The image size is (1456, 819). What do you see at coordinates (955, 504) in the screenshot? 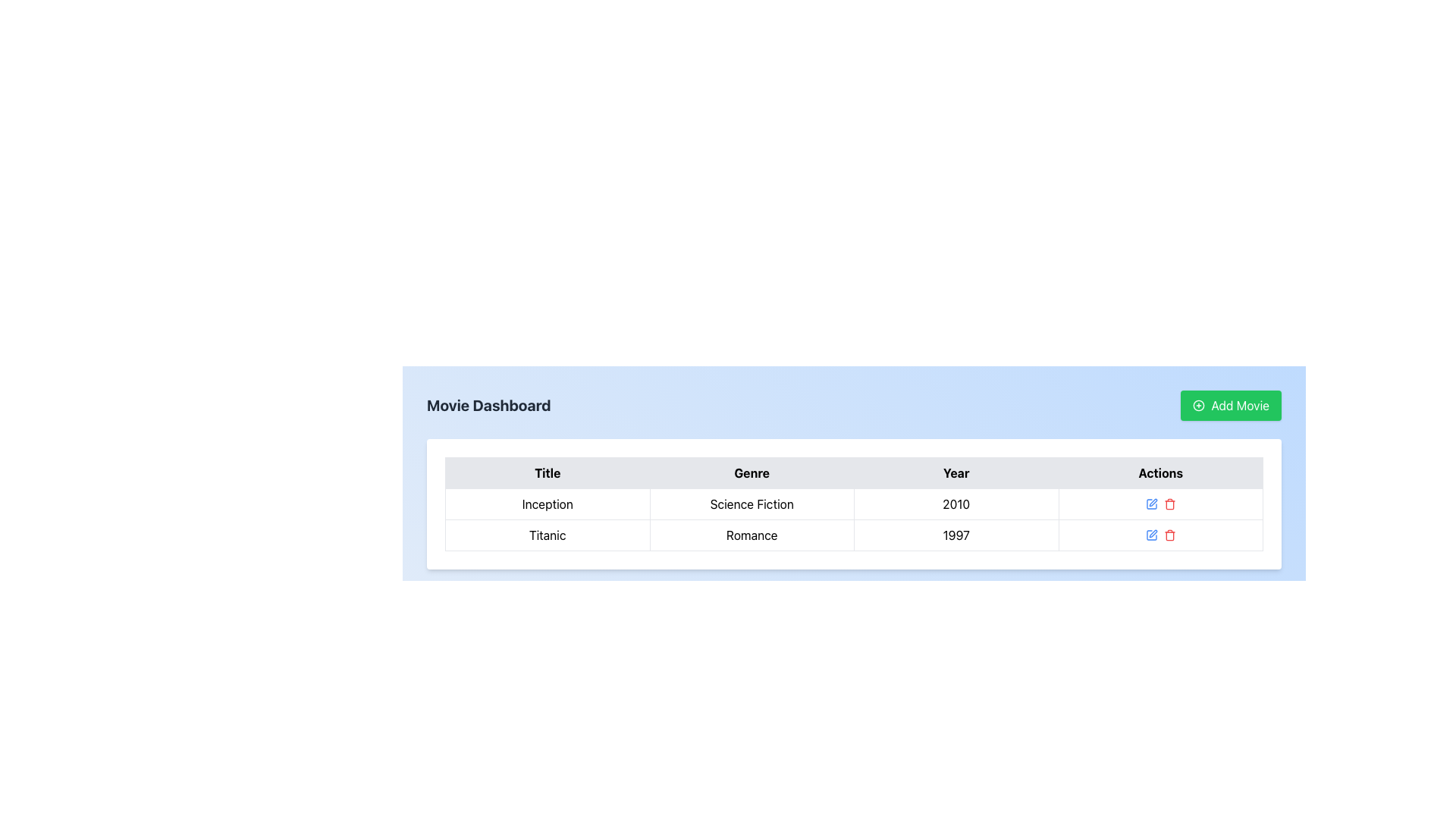
I see `the text label displaying '2010' in bold black font, located in the 'Year' column of the data table` at bounding box center [955, 504].